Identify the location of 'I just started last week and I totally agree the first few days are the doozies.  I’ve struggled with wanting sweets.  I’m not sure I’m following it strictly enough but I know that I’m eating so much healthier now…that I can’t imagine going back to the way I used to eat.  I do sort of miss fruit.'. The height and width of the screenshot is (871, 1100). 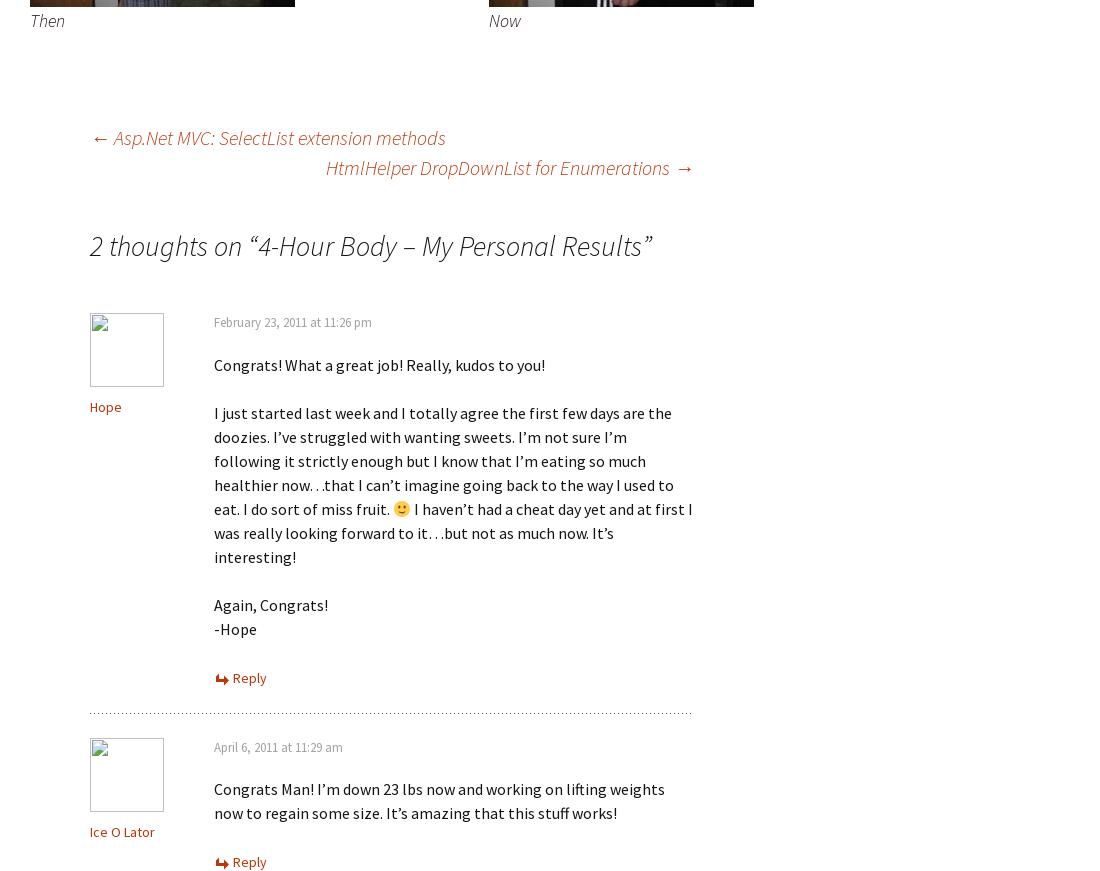
(213, 459).